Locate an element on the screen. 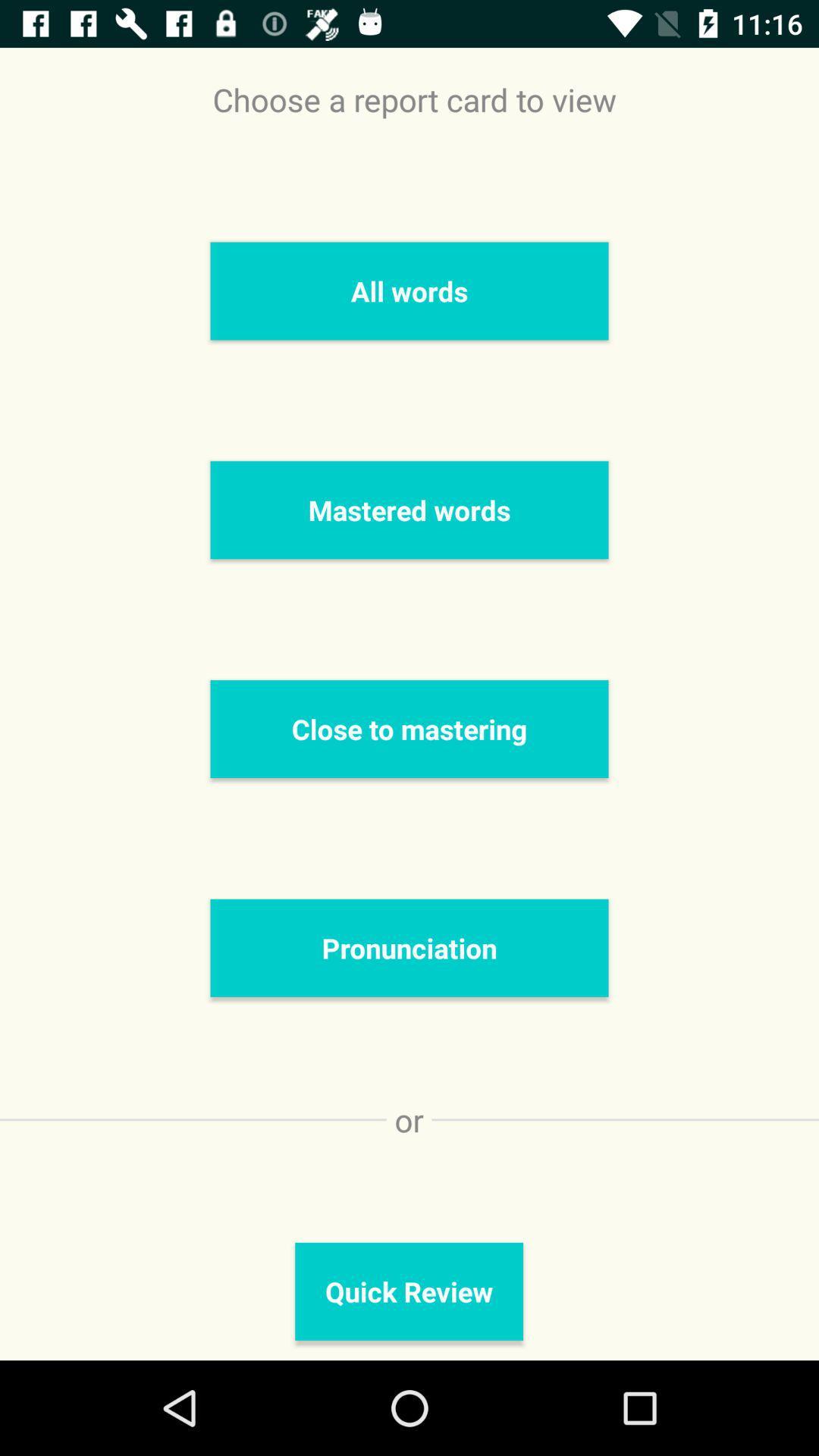 The width and height of the screenshot is (819, 1456). mastered words item is located at coordinates (409, 510).